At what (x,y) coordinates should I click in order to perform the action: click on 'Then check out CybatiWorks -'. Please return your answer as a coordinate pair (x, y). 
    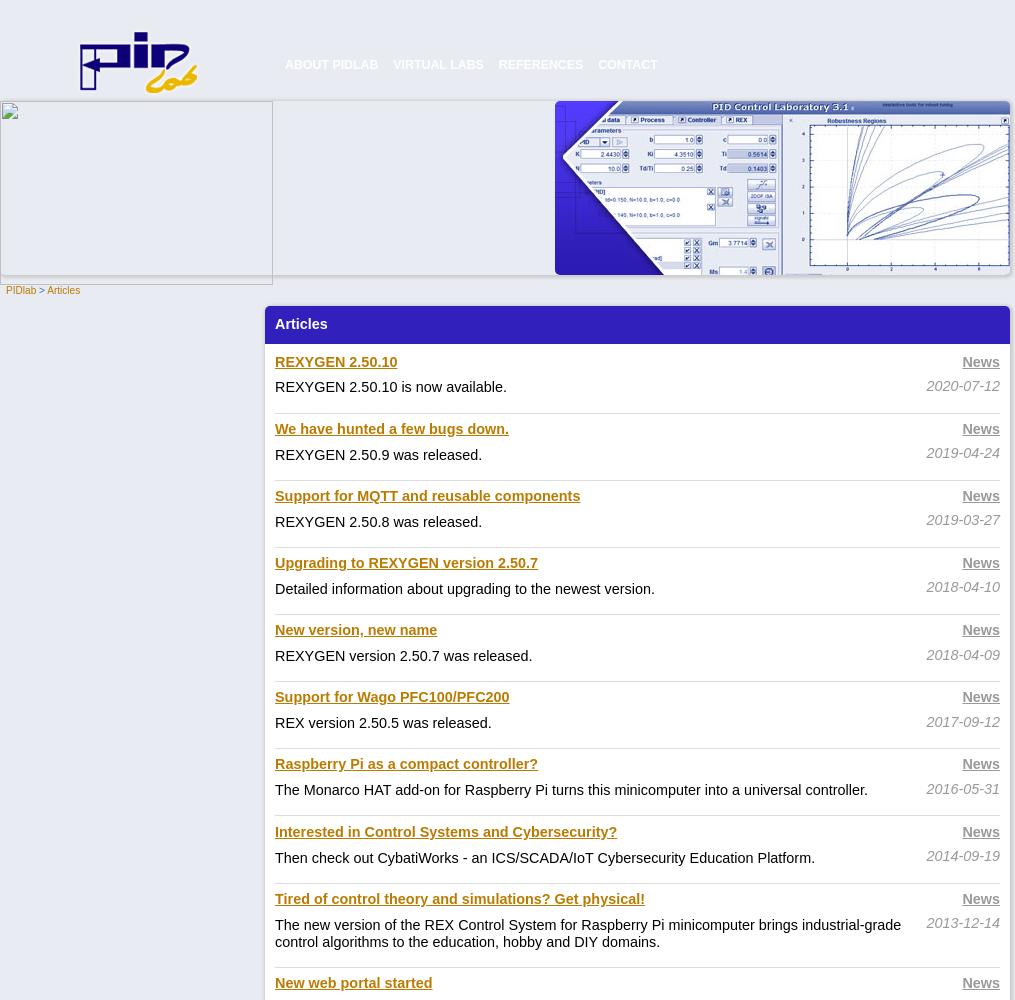
    Looking at the image, I should click on (373, 856).